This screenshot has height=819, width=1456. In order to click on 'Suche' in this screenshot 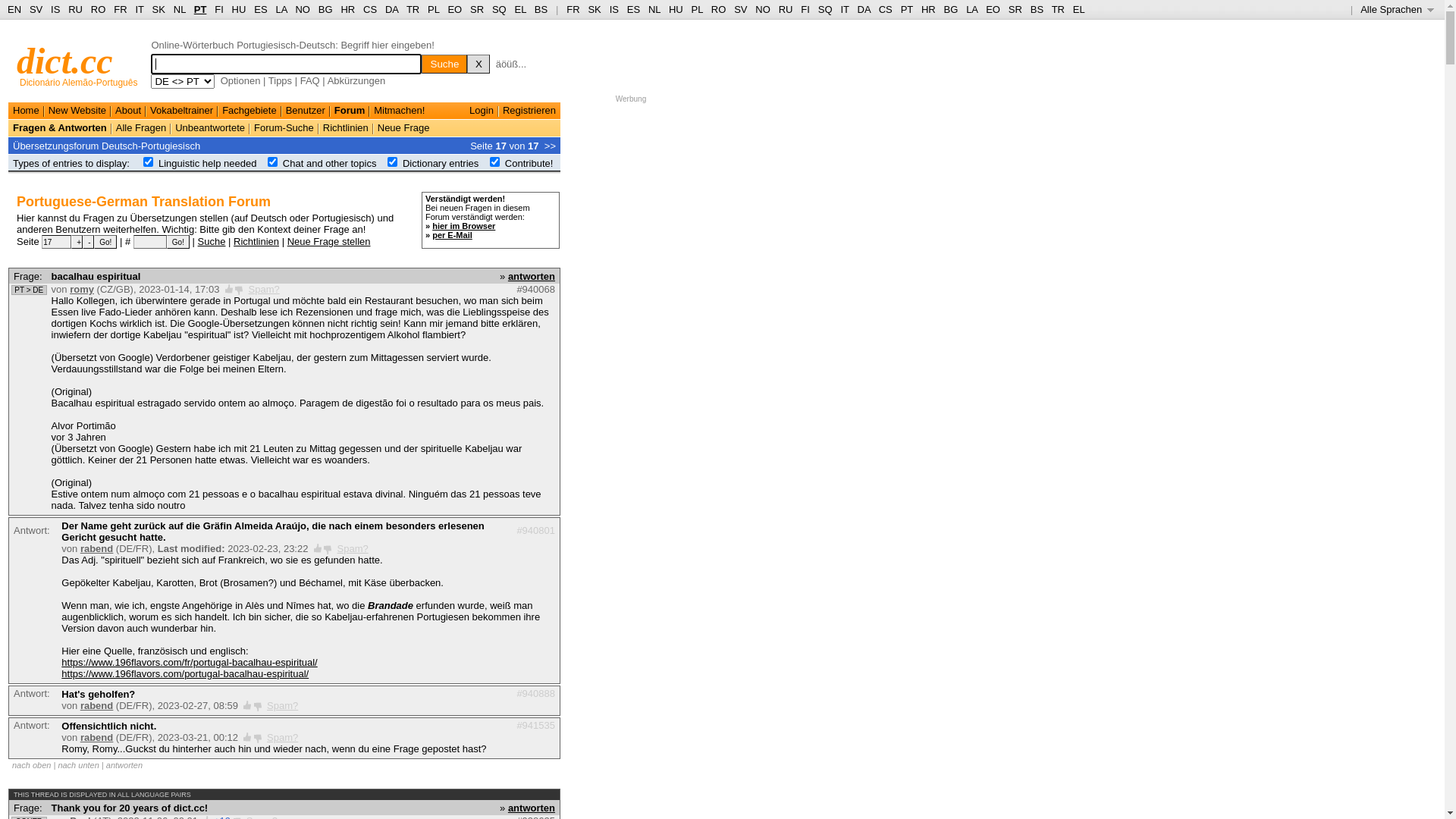, I will do `click(211, 240)`.